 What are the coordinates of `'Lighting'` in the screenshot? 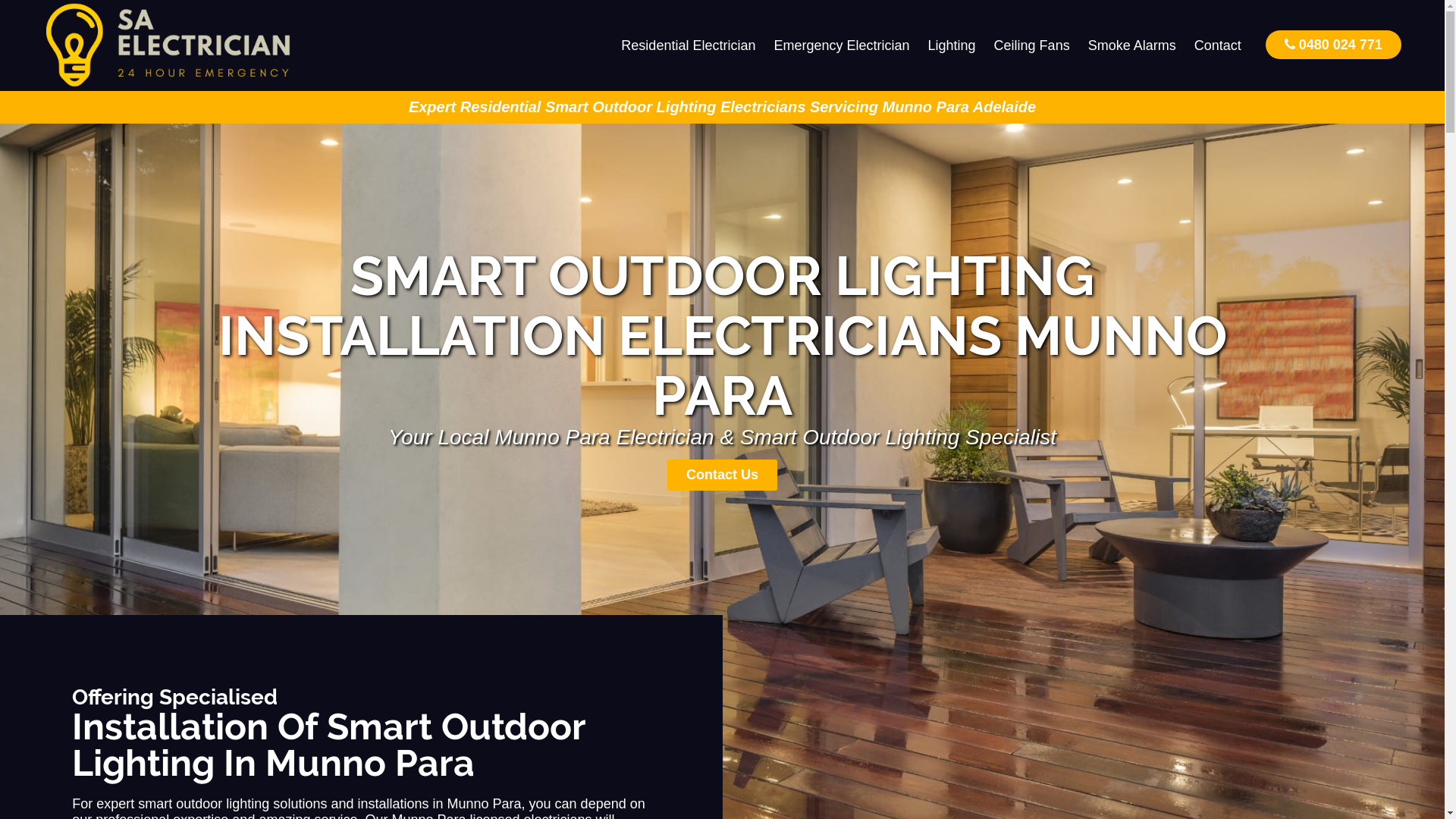 It's located at (918, 45).